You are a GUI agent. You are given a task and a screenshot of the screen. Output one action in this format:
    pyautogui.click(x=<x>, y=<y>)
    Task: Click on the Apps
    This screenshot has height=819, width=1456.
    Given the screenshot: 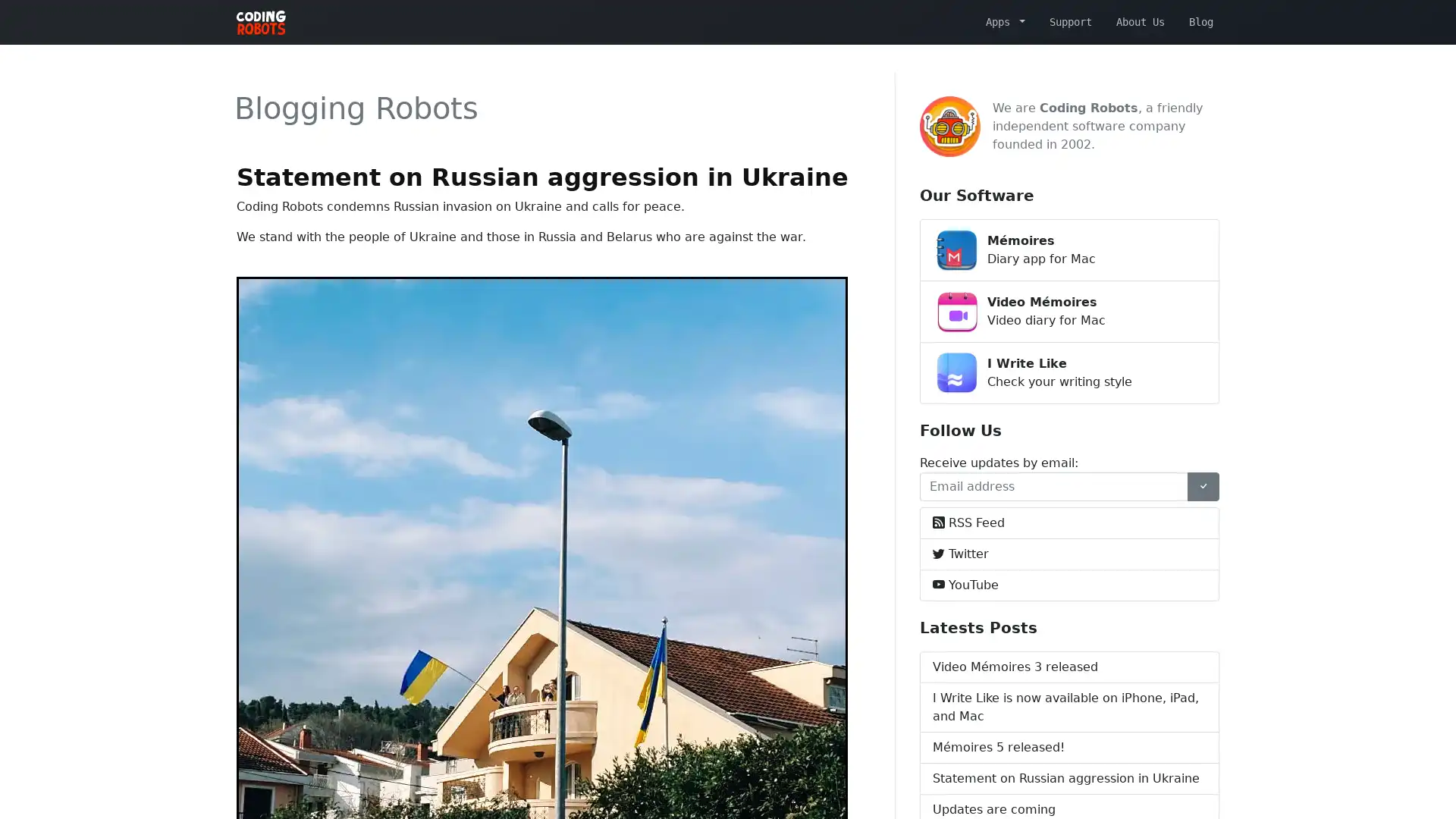 What is the action you would take?
    pyautogui.click(x=1005, y=21)
    